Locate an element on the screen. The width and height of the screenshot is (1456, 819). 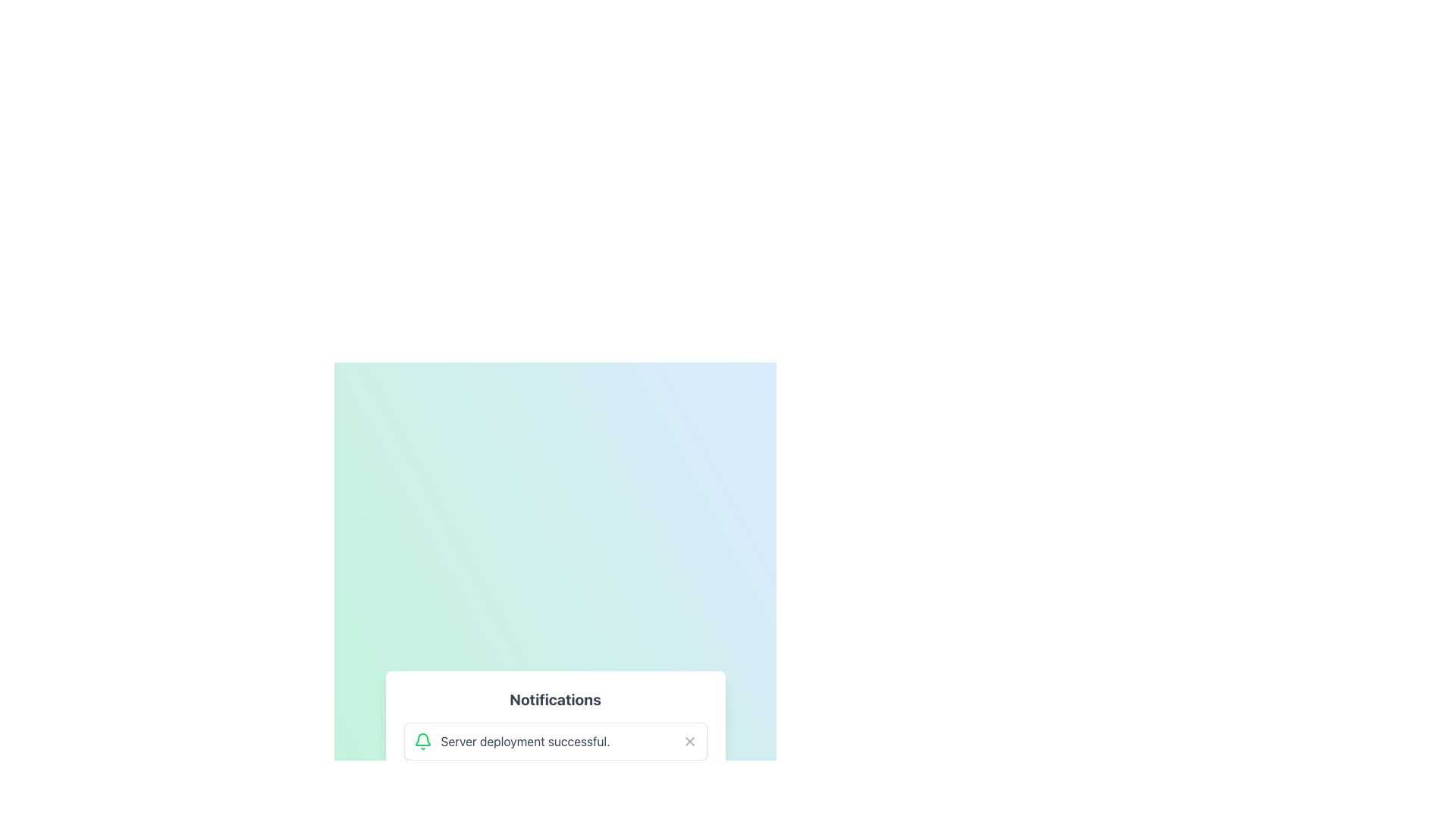
the dismiss button located at the far right edge of the notification card is located at coordinates (689, 741).